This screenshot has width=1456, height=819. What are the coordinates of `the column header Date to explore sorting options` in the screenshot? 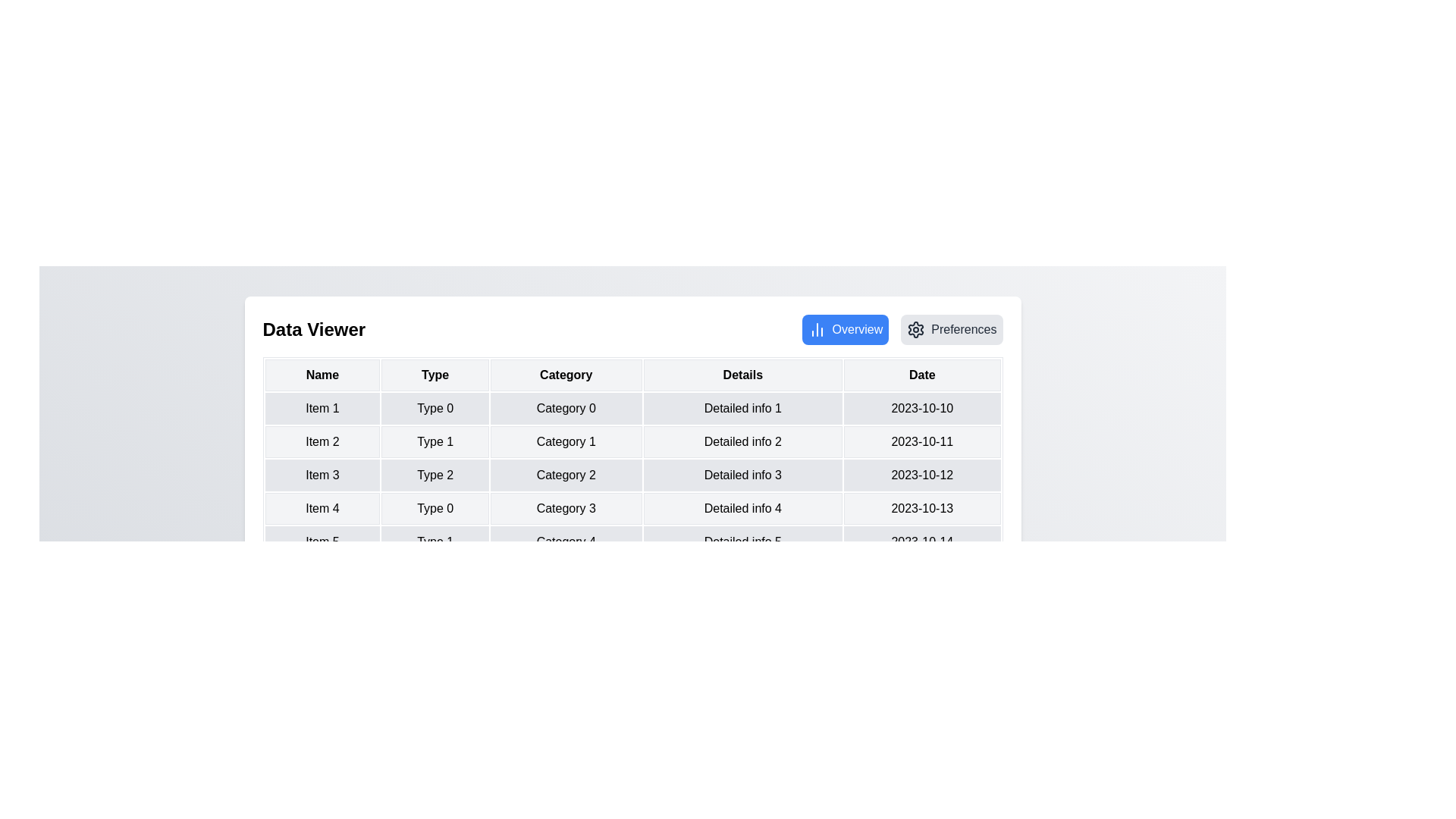 It's located at (921, 375).